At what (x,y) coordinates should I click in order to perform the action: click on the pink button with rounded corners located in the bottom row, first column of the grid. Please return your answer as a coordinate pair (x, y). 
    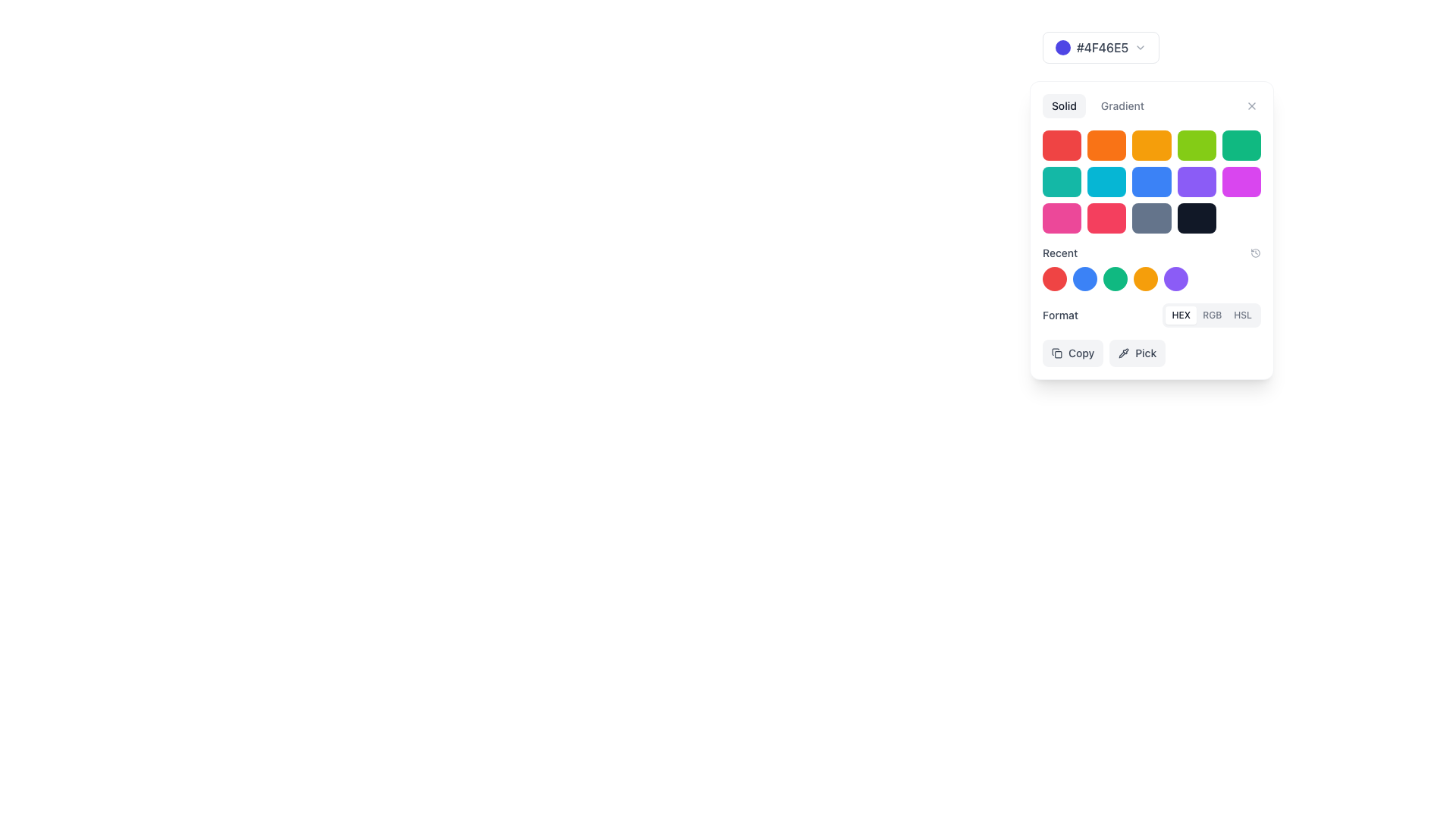
    Looking at the image, I should click on (1061, 218).